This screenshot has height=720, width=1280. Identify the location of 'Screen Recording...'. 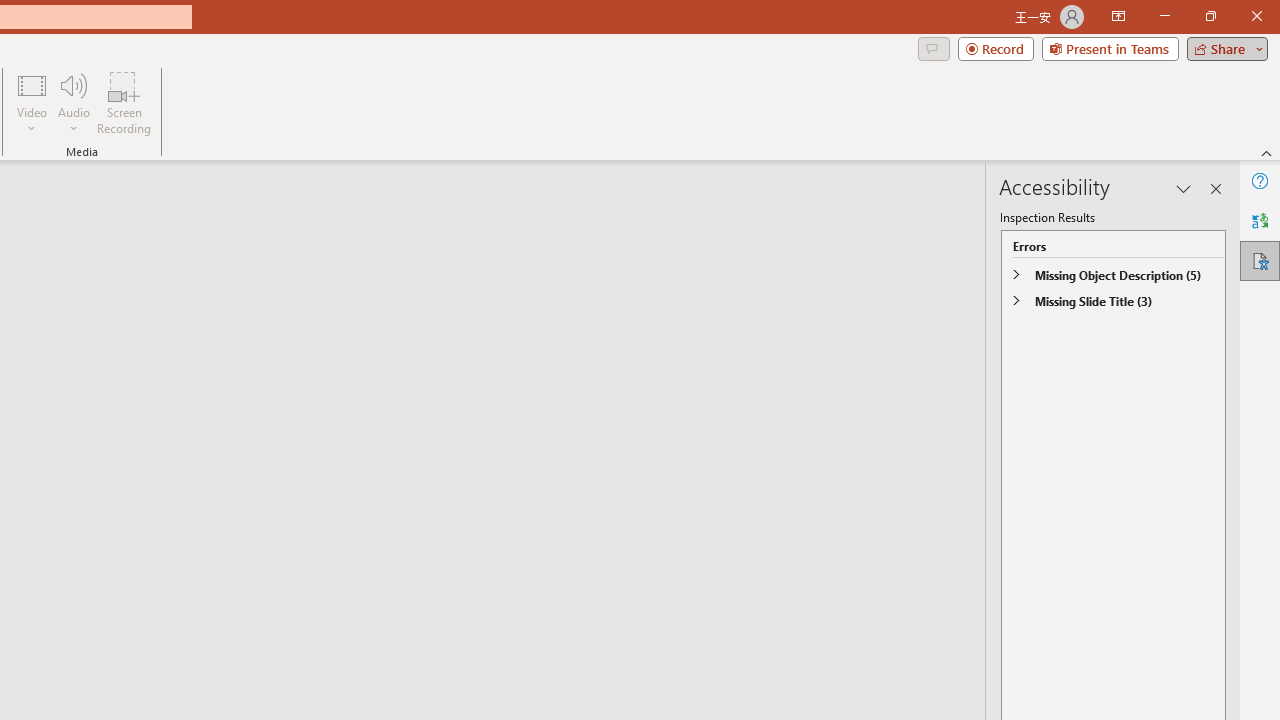
(123, 103).